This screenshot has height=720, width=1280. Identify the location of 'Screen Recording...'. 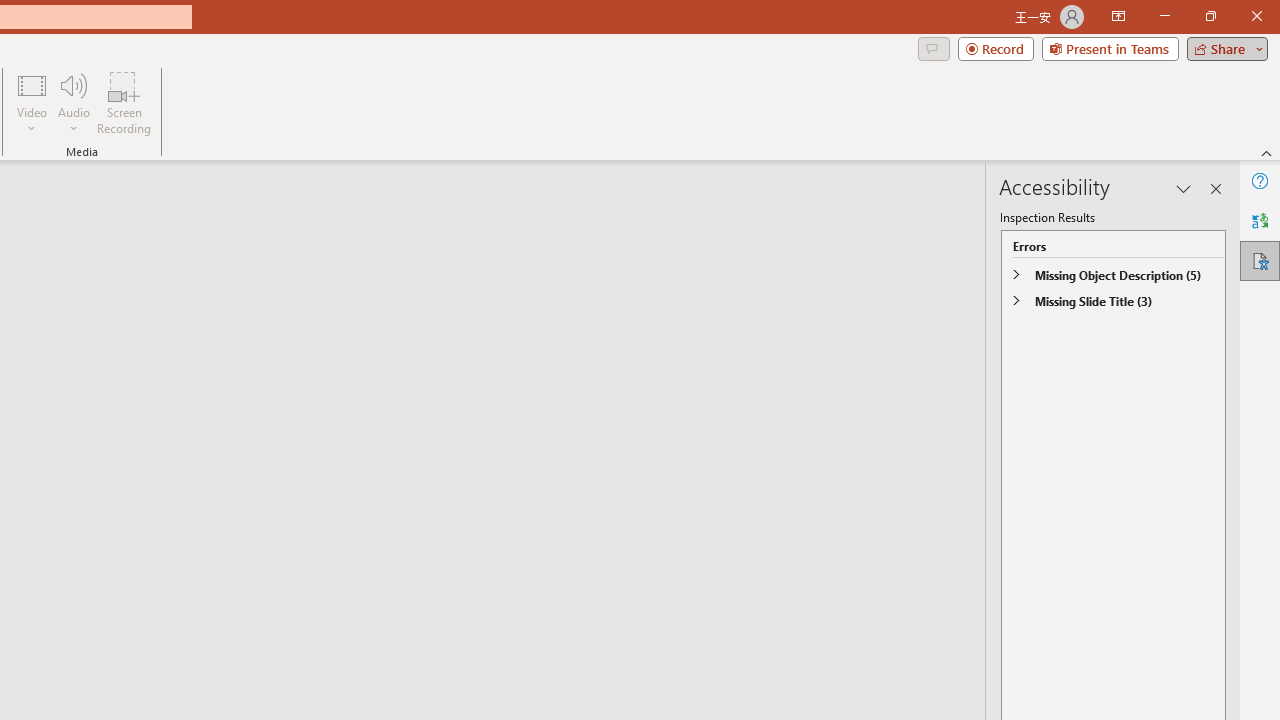
(123, 103).